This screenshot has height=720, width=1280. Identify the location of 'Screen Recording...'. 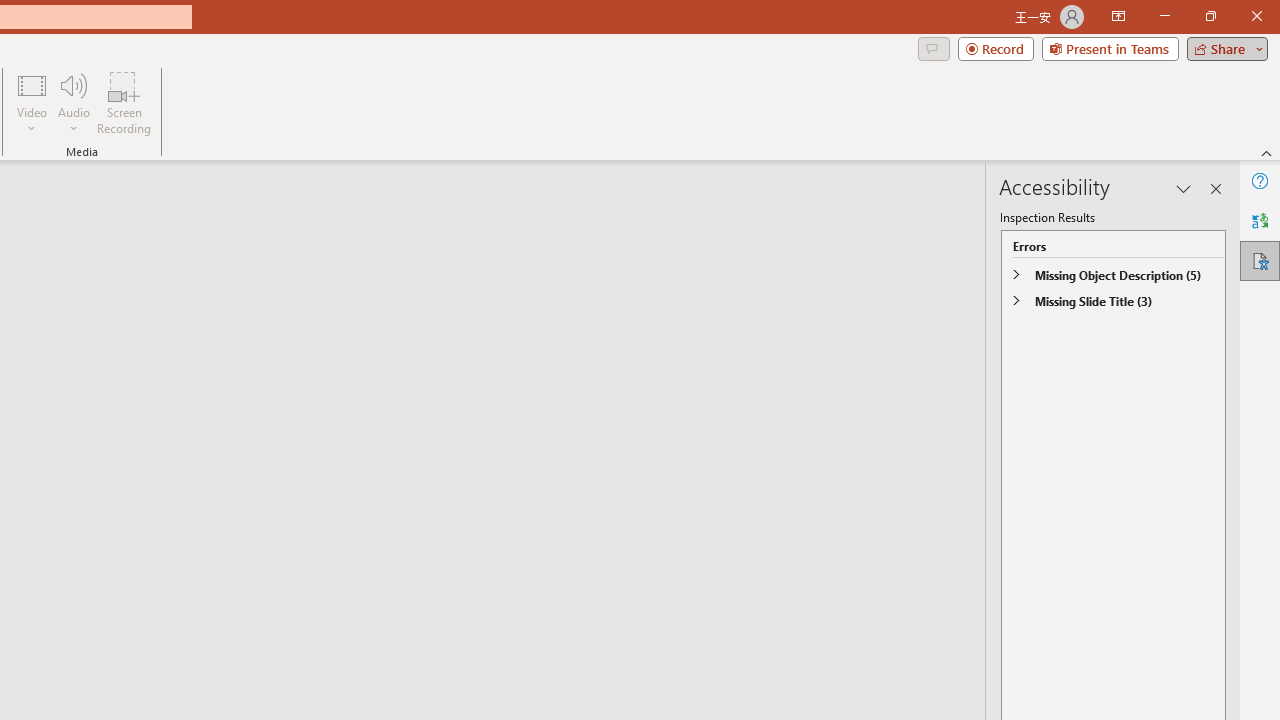
(123, 103).